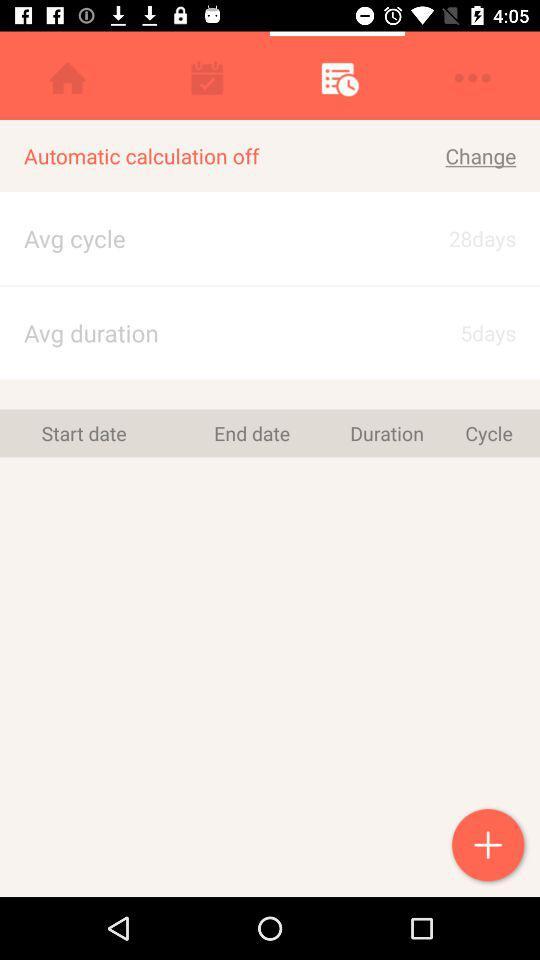 The image size is (540, 960). I want to click on the item next to end date app, so click(83, 433).